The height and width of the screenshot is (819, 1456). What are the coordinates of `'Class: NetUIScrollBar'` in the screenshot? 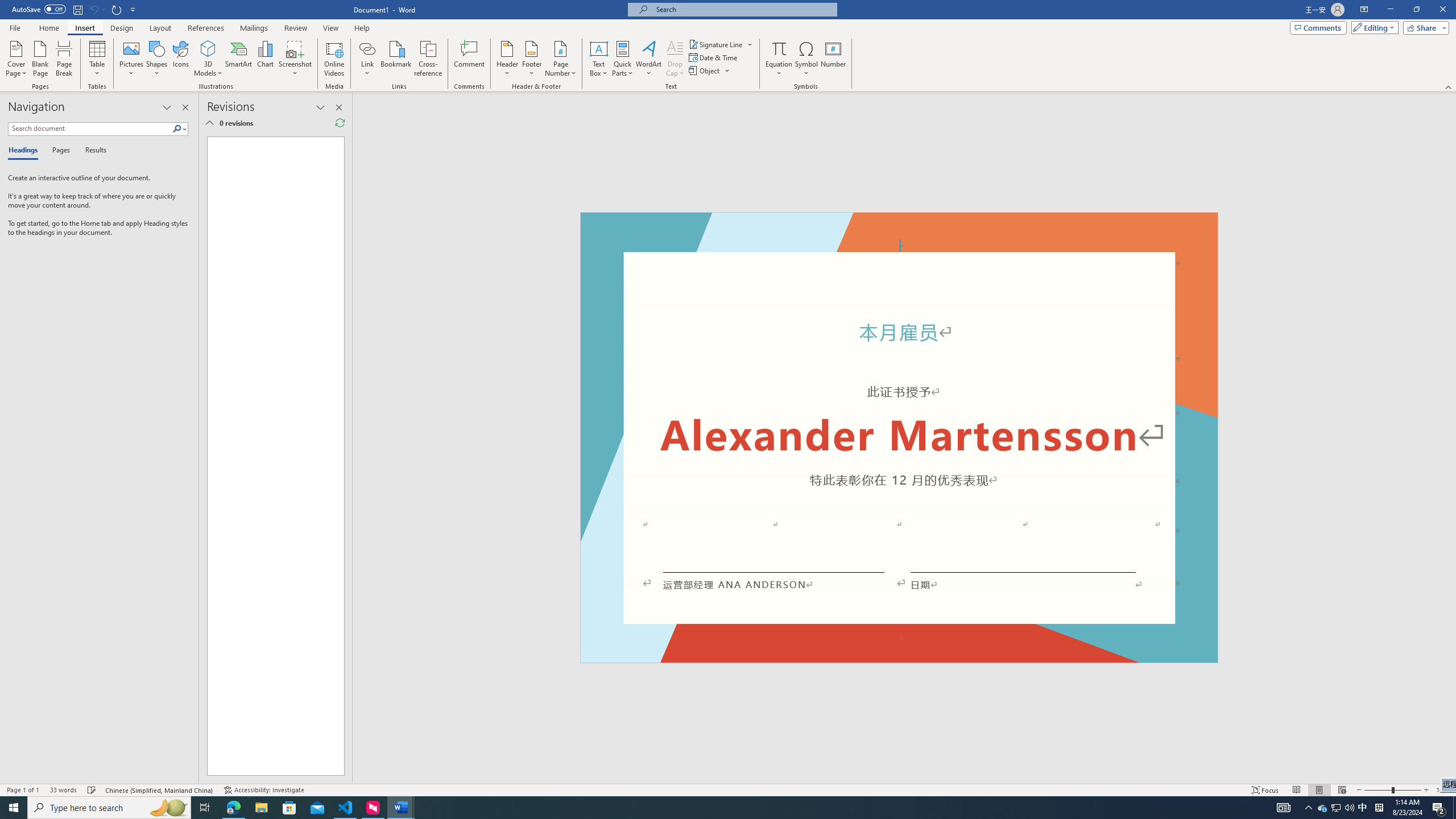 It's located at (1451, 437).